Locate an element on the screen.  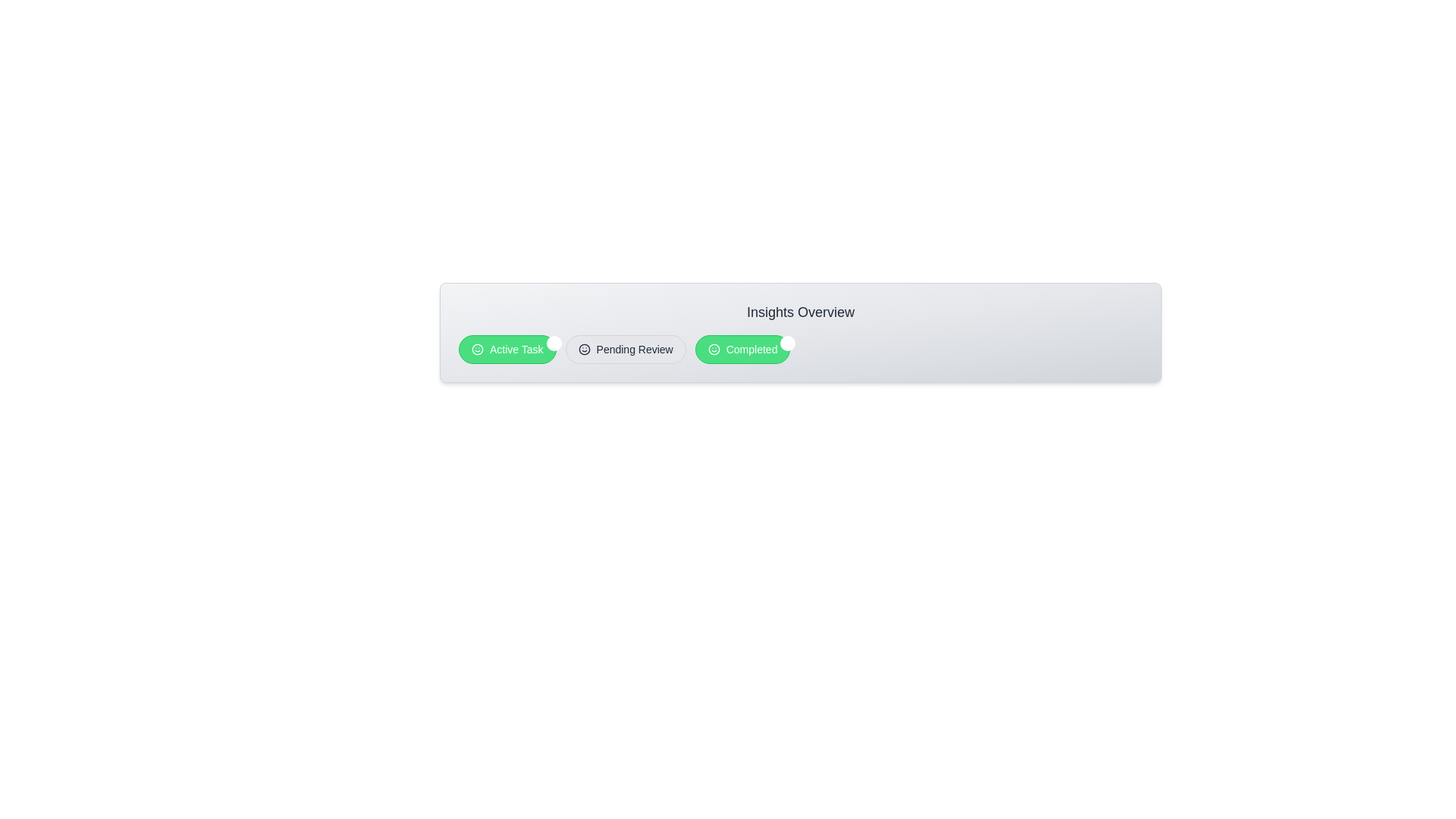
the chip labeled 'Completed' is located at coordinates (742, 350).